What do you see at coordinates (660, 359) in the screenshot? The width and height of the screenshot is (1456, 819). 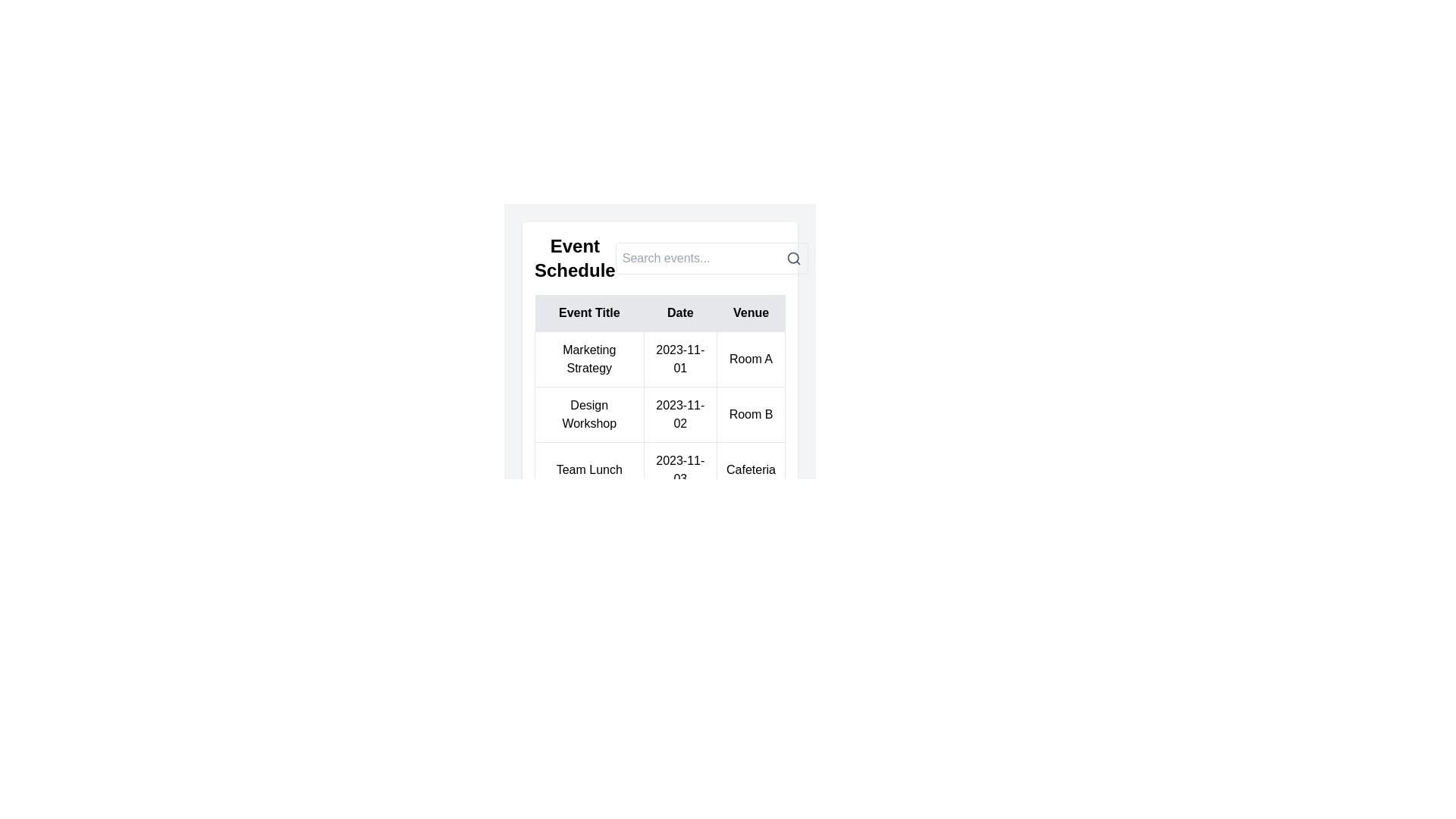 I see `the first table row under the 'Event Schedule' section, which displays 'Marketing Strategy', '2023-11-01', and 'Room A'` at bounding box center [660, 359].